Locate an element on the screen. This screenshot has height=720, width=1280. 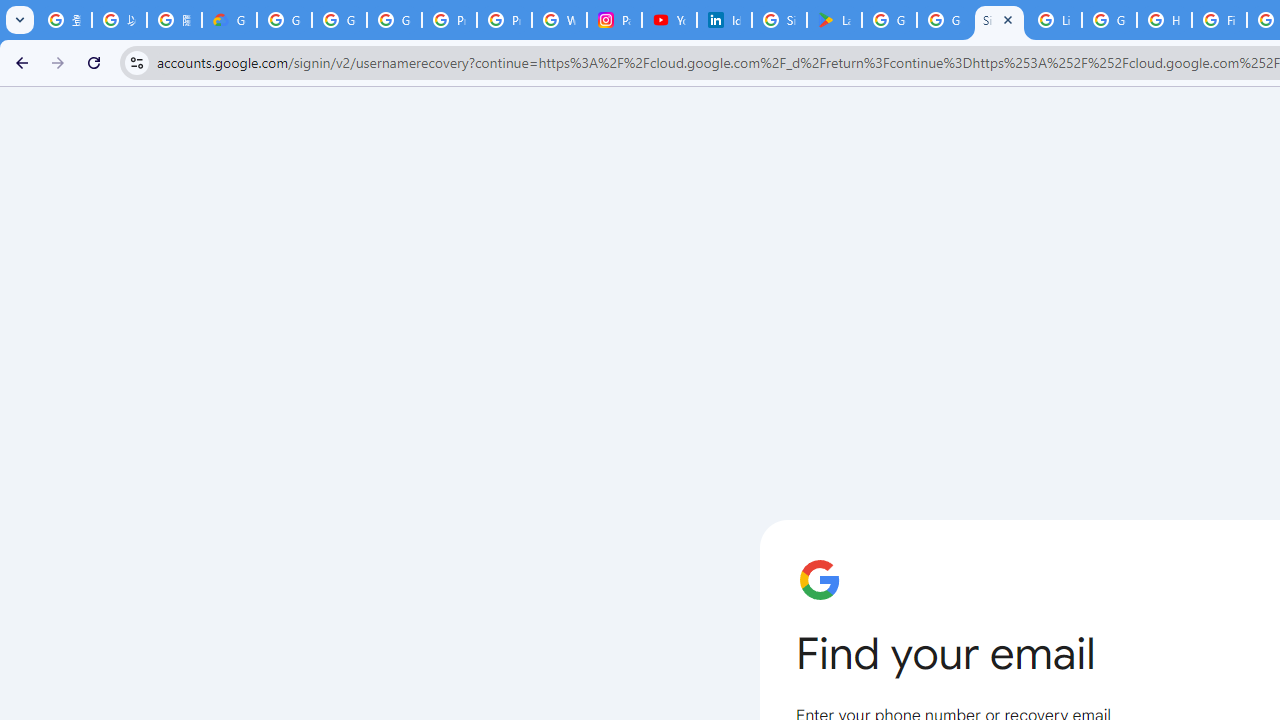
'View site information' is located at coordinates (135, 61).